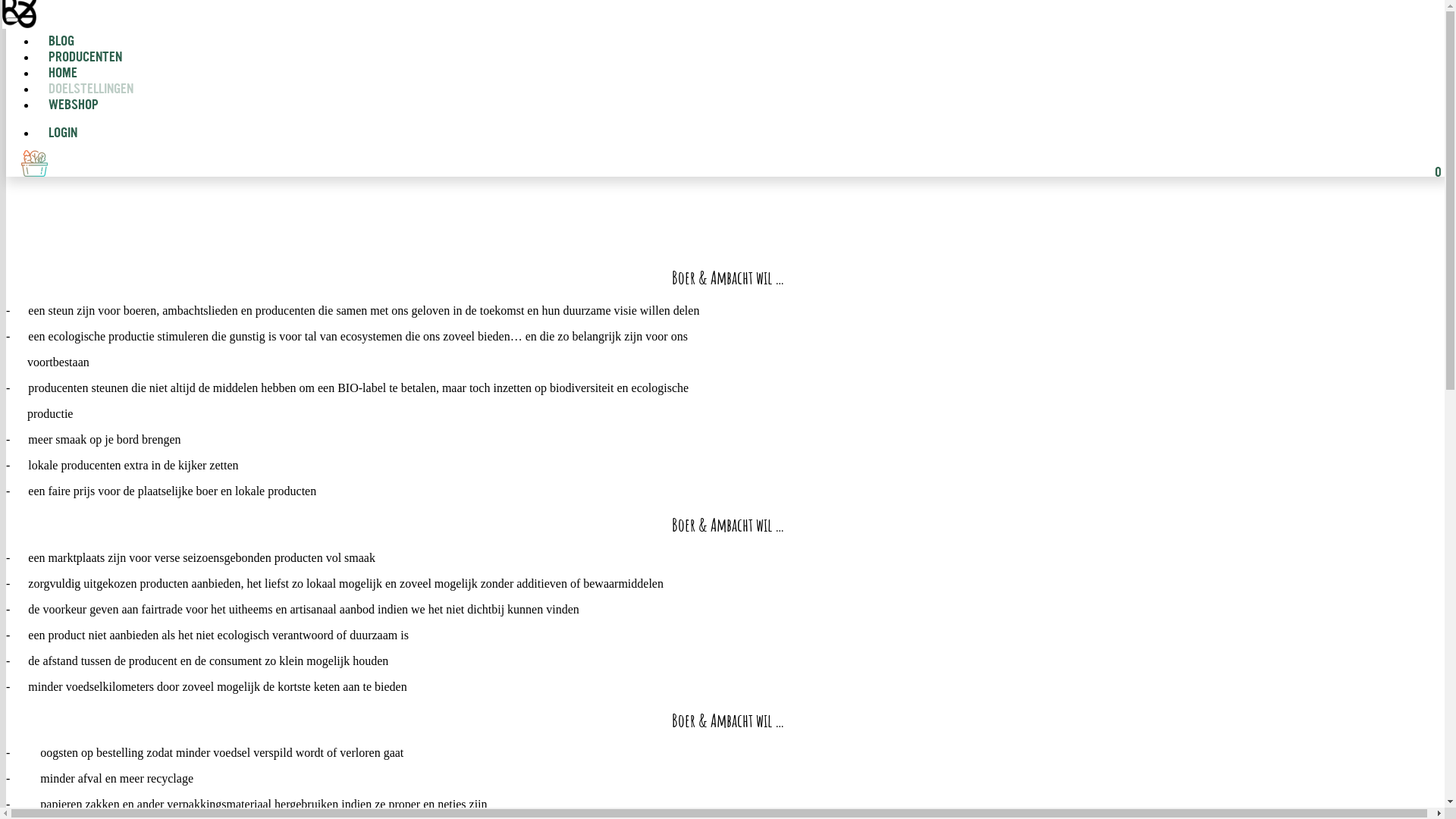  Describe the element at coordinates (84, 57) in the screenshot. I see `'PRODUCENTEN'` at that location.